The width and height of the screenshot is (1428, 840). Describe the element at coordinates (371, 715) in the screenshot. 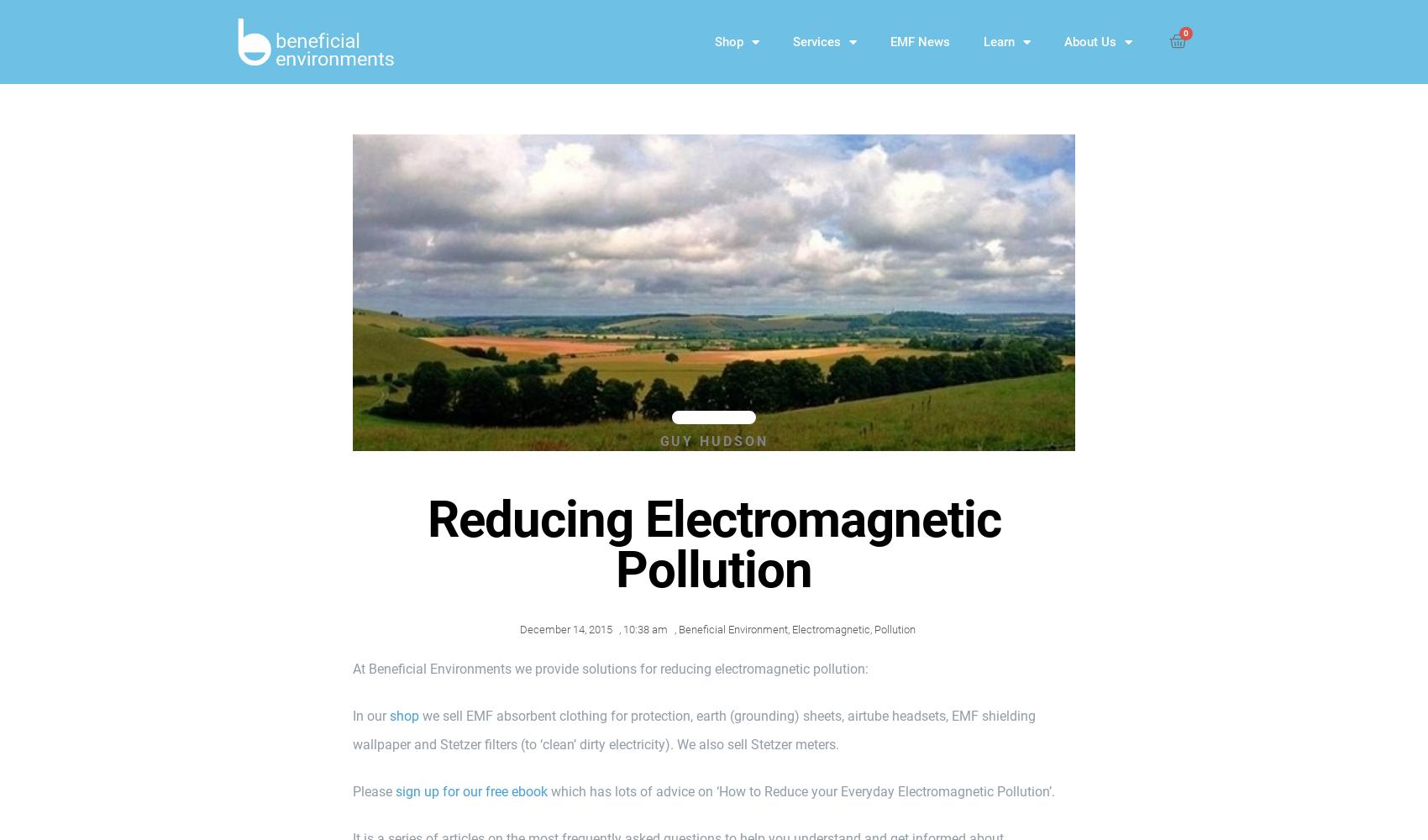

I see `'In our'` at that location.